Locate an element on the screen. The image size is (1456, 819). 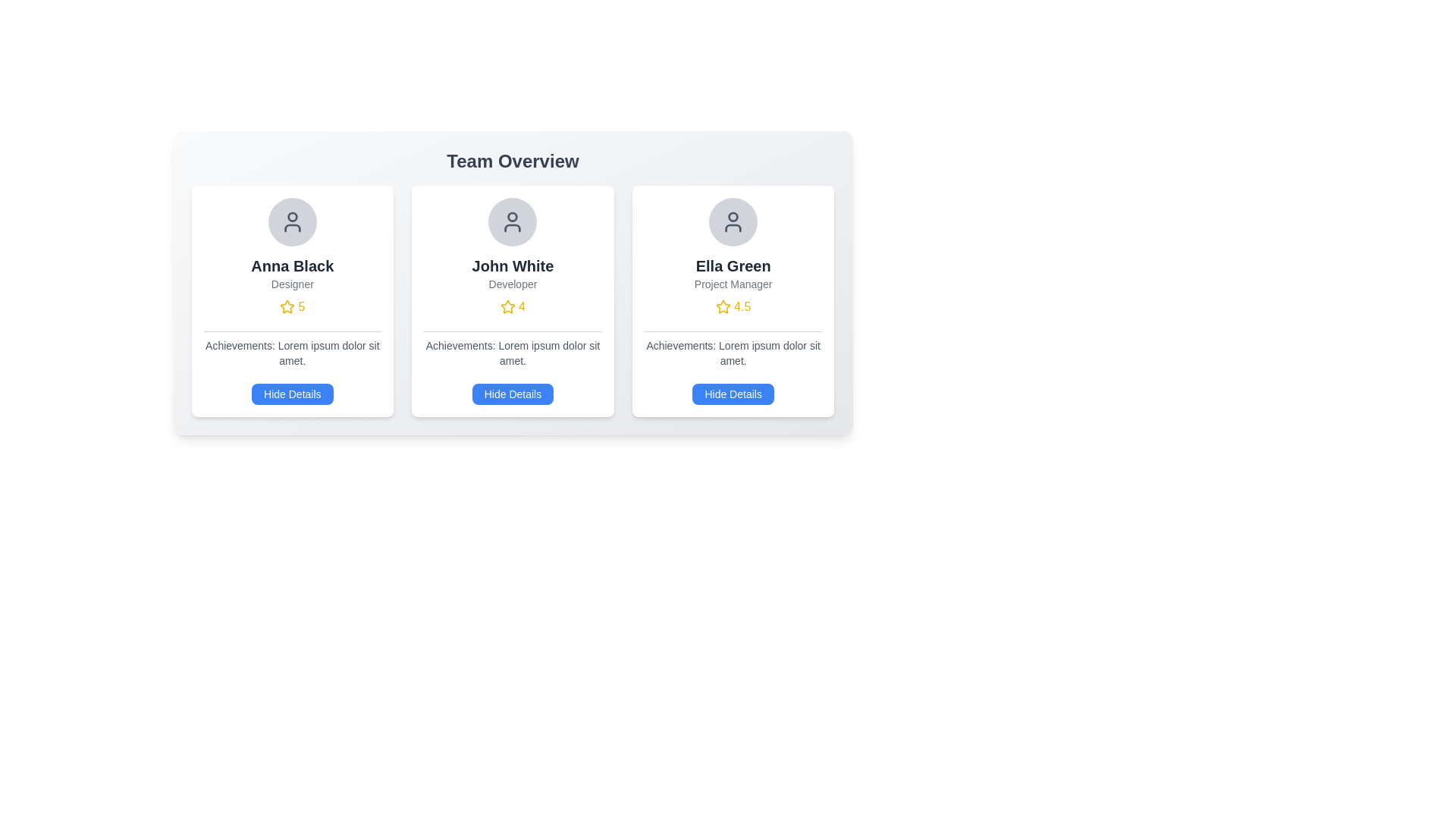
the button at the bottom of the card for 'Anna Black' is located at coordinates (292, 394).